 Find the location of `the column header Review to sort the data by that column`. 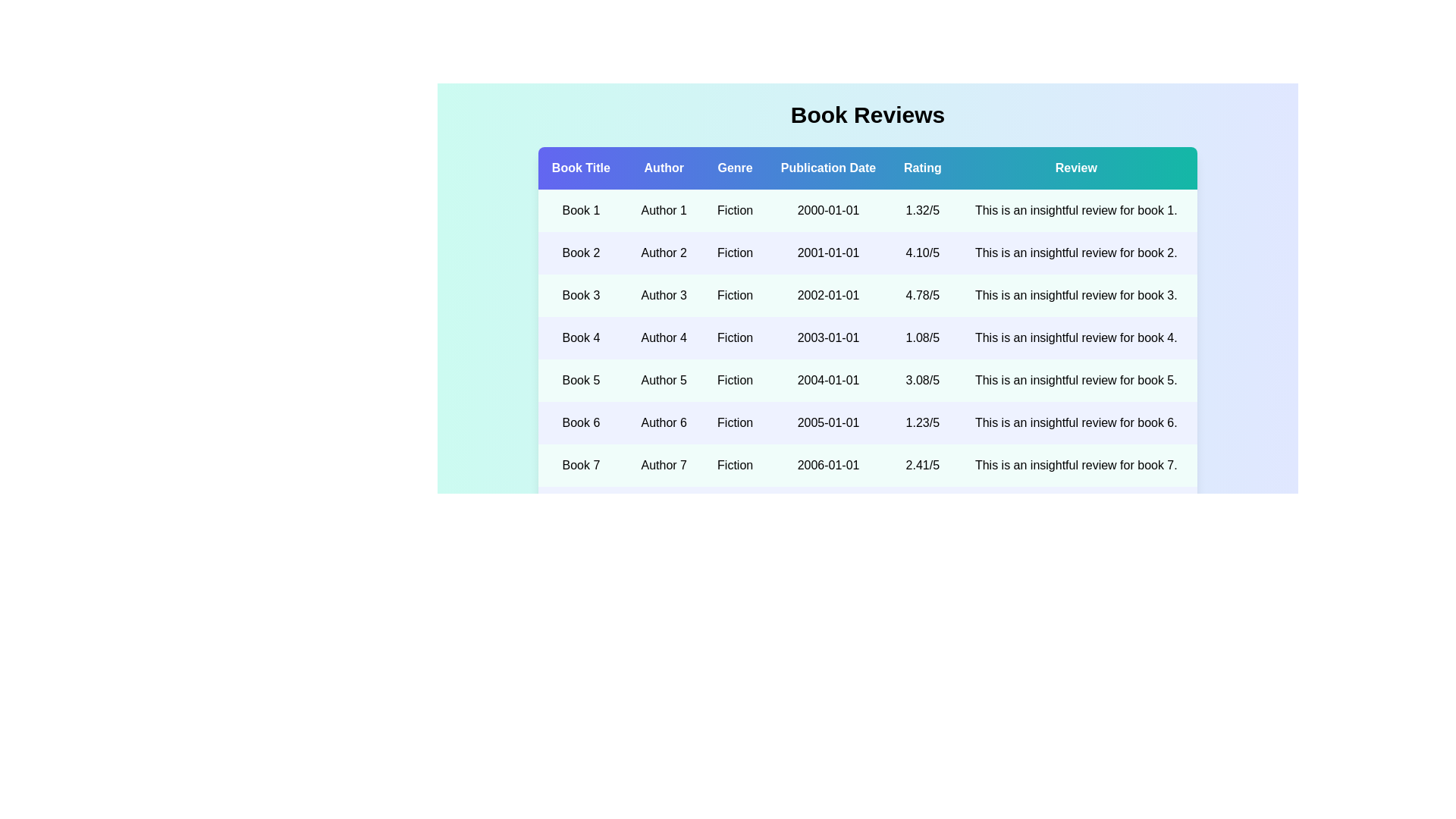

the column header Review to sort the data by that column is located at coordinates (1075, 168).